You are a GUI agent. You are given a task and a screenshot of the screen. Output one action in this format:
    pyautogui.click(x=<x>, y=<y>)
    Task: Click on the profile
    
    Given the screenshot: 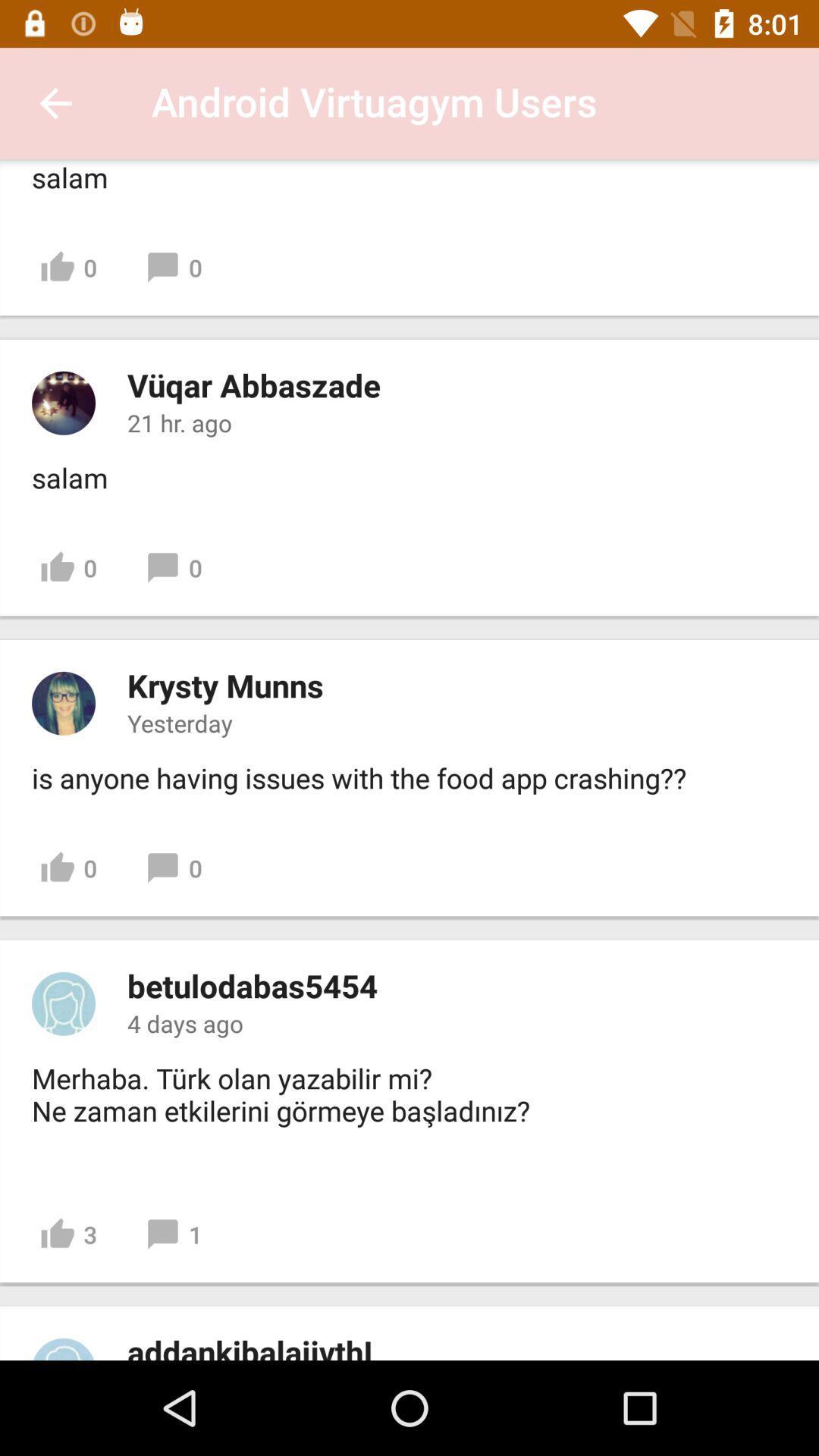 What is the action you would take?
    pyautogui.click(x=63, y=702)
    